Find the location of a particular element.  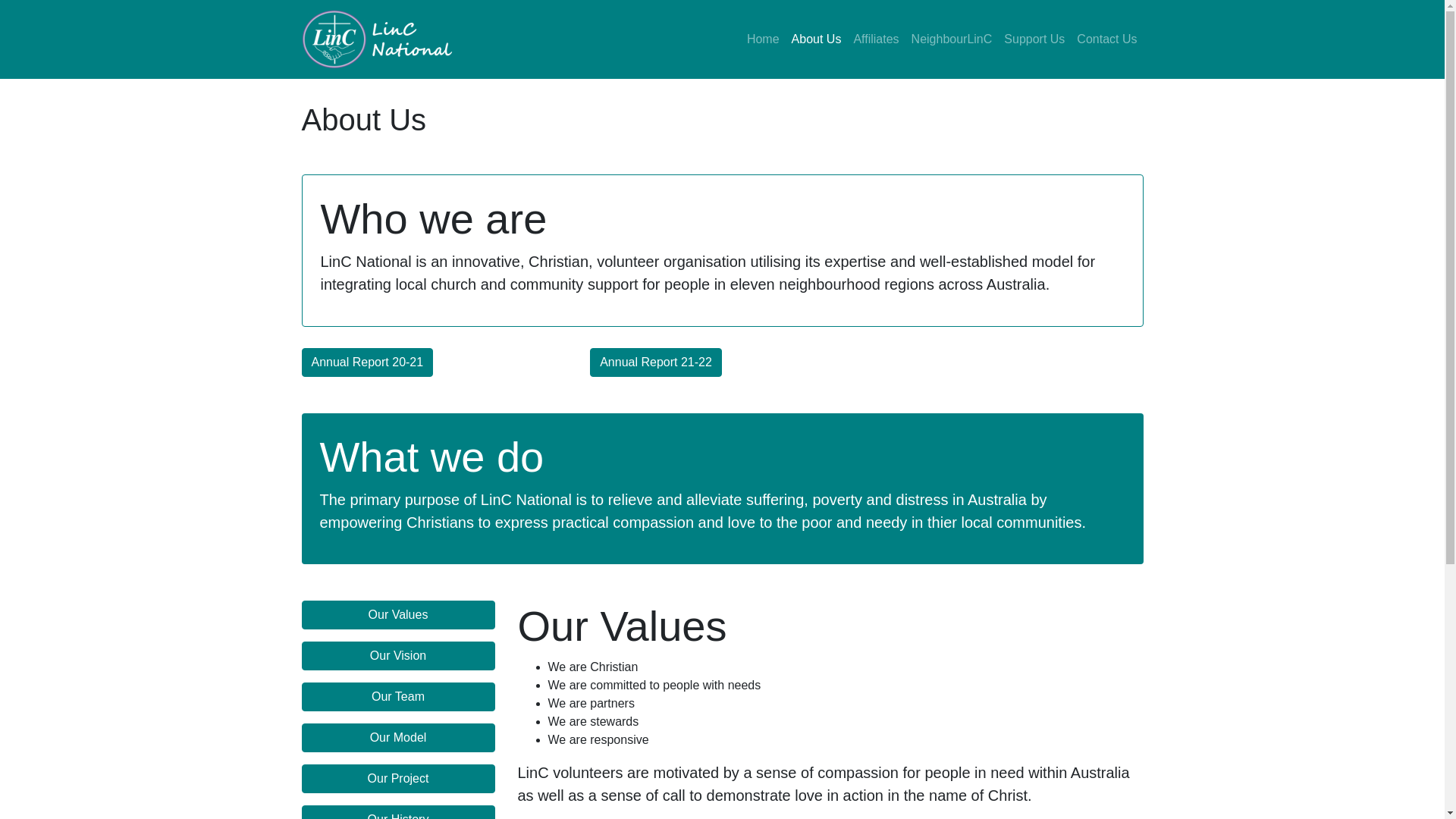

'Our Values' is located at coordinates (398, 614).